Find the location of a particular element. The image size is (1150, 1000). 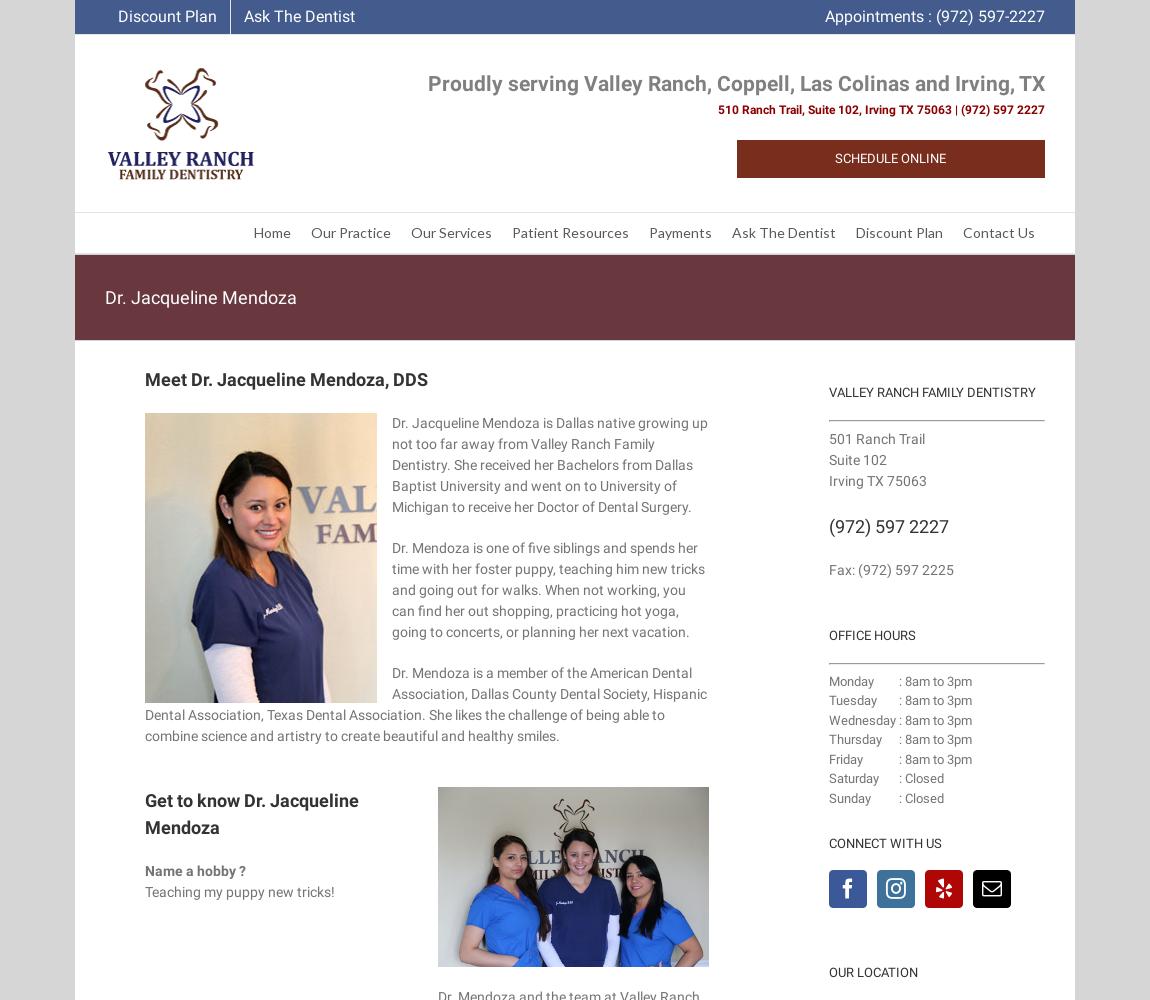

'Veneers' is located at coordinates (623, 426).